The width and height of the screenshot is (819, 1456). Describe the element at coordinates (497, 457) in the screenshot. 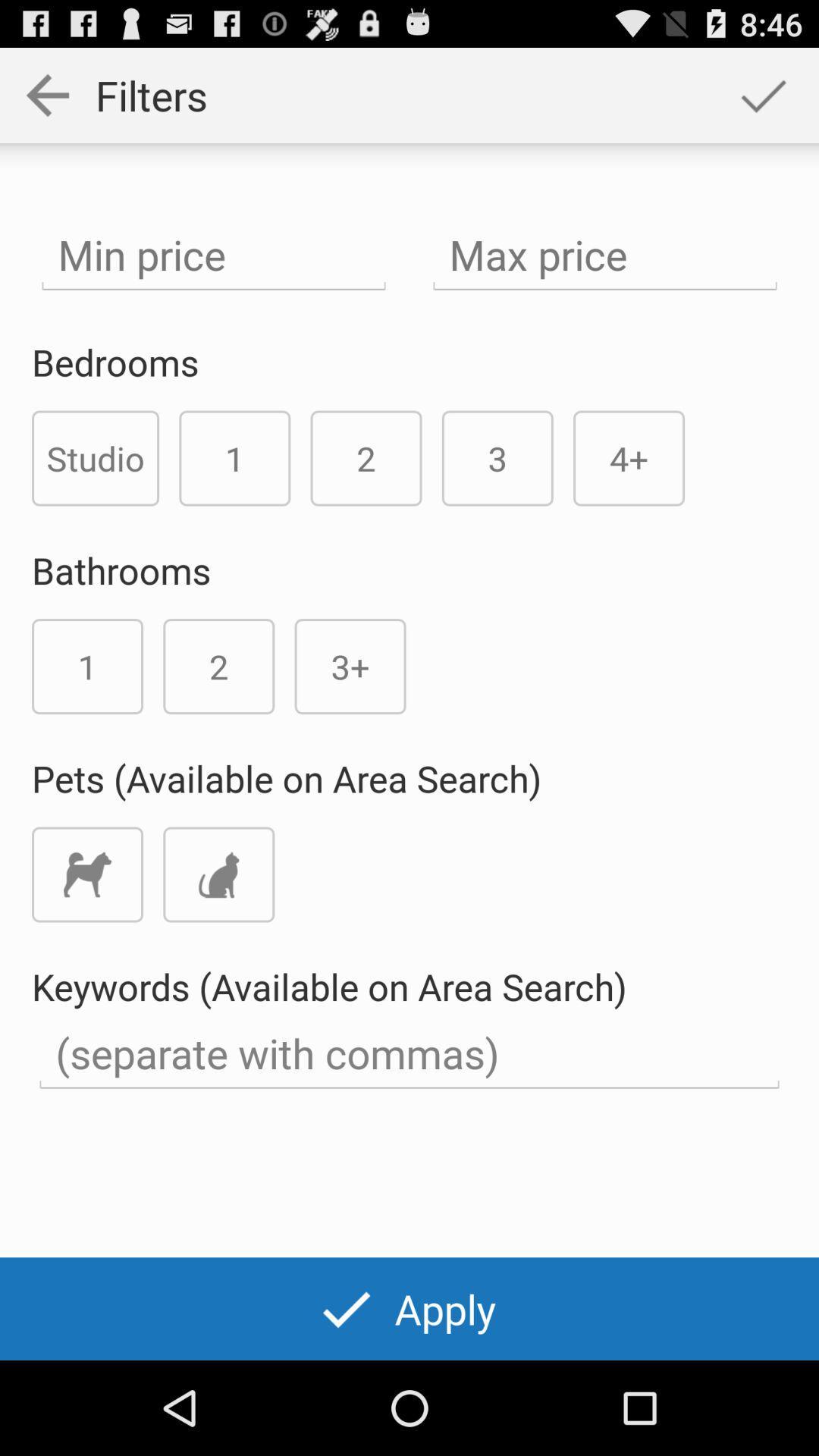

I see `the button 3 in bedrooms` at that location.